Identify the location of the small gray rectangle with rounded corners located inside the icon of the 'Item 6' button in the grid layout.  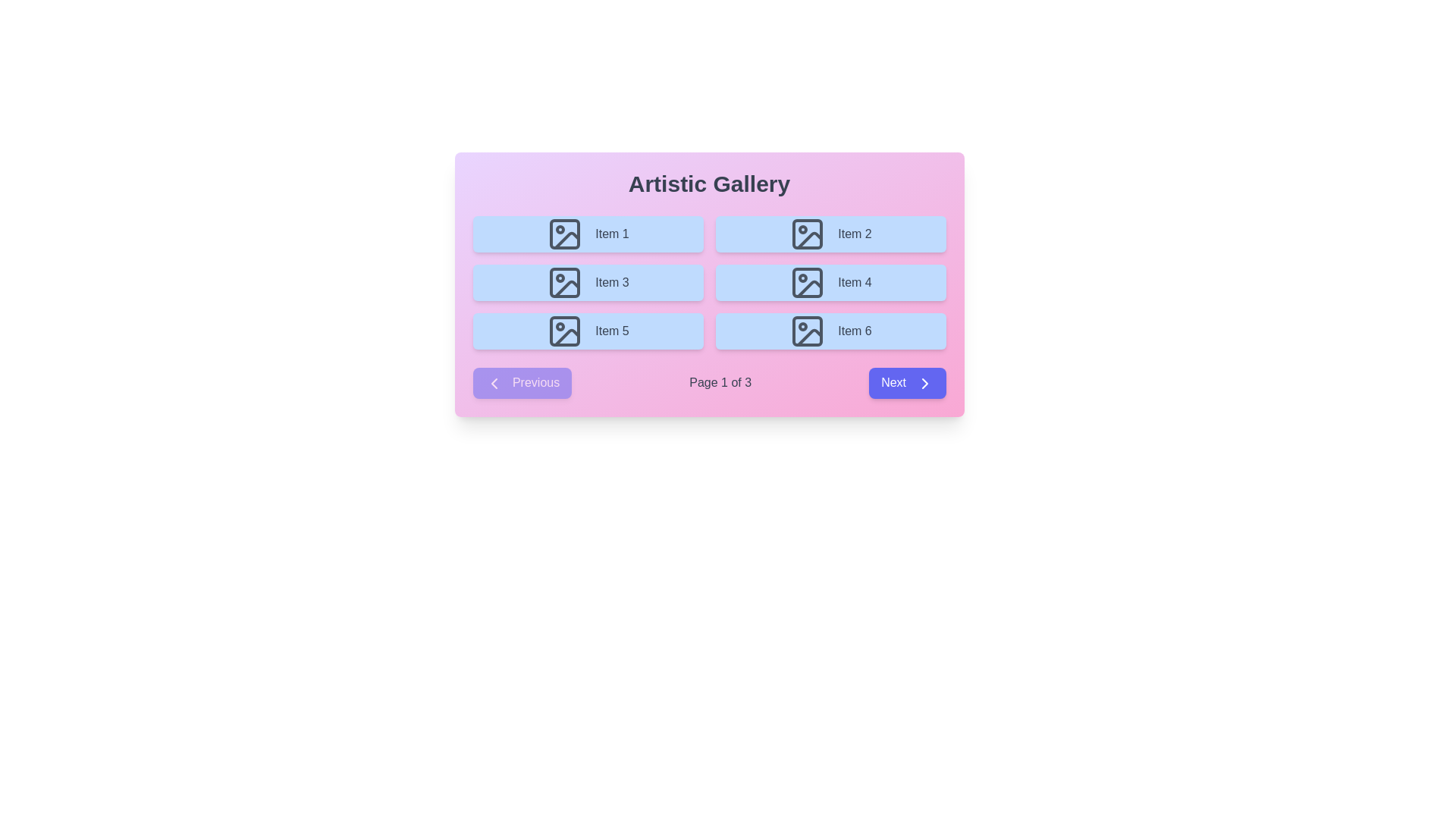
(807, 330).